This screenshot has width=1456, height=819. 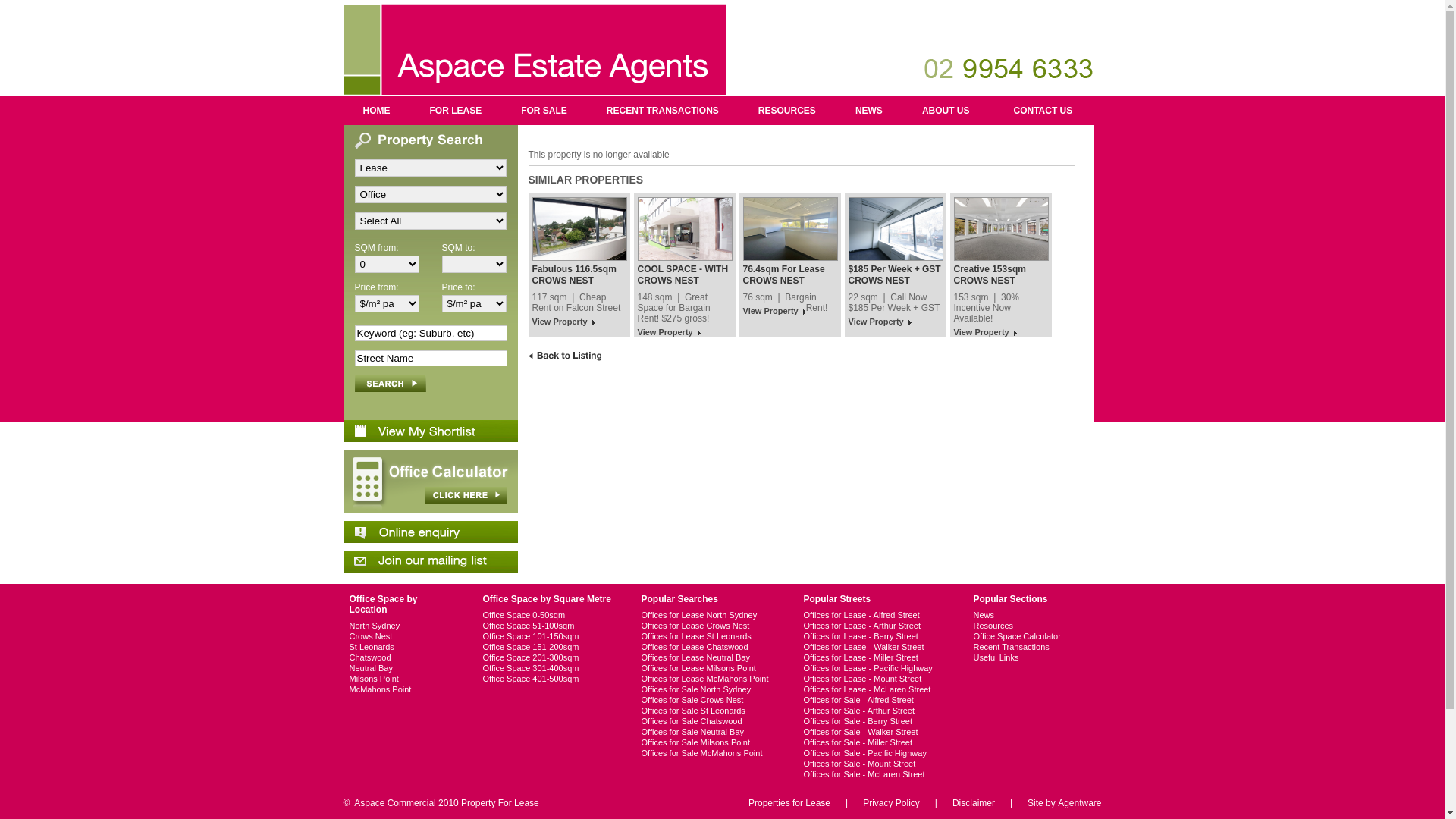 What do you see at coordinates (876, 636) in the screenshot?
I see `'Offices for Lease - Berry Street'` at bounding box center [876, 636].